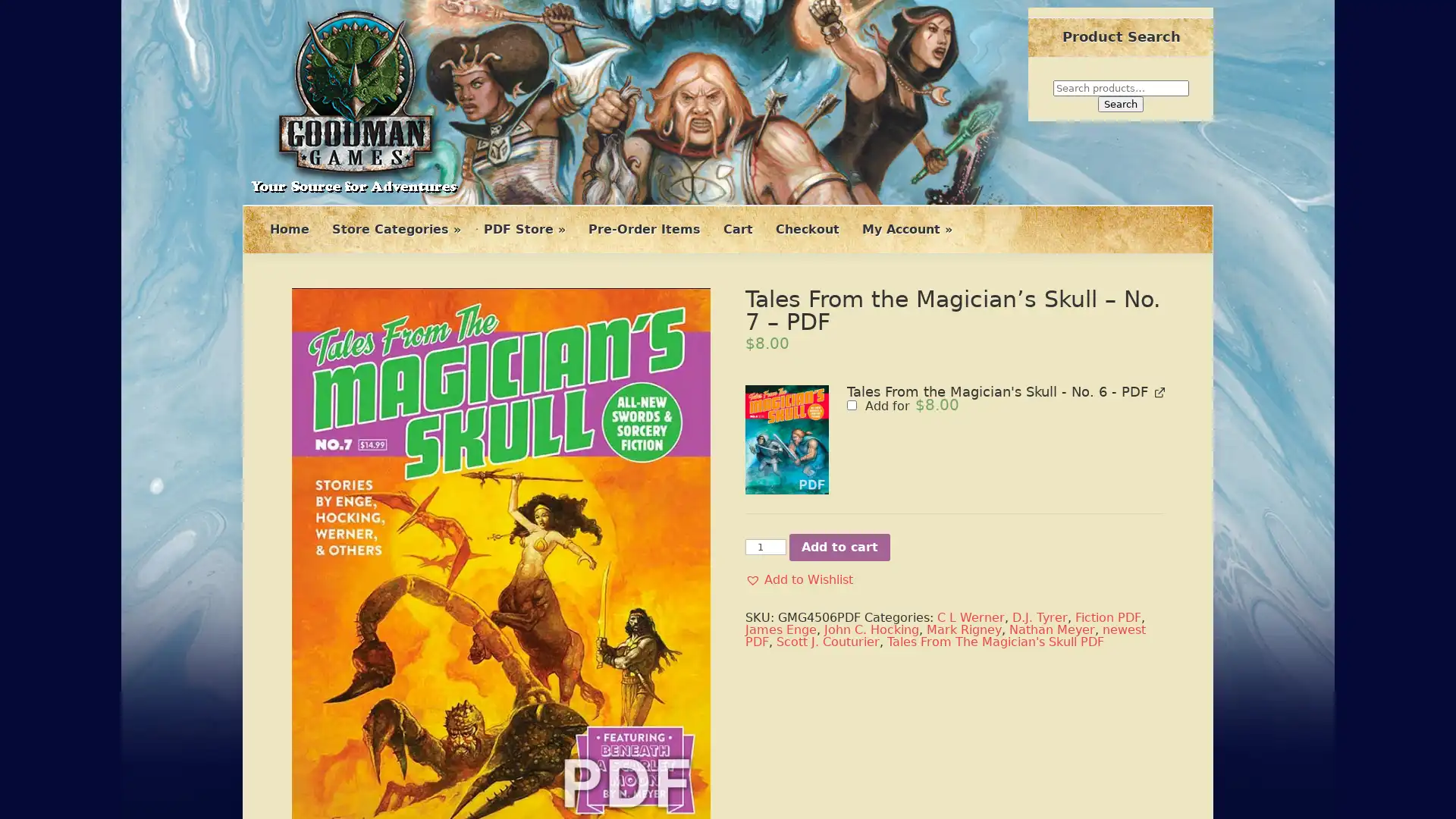  I want to click on Search, so click(1121, 103).